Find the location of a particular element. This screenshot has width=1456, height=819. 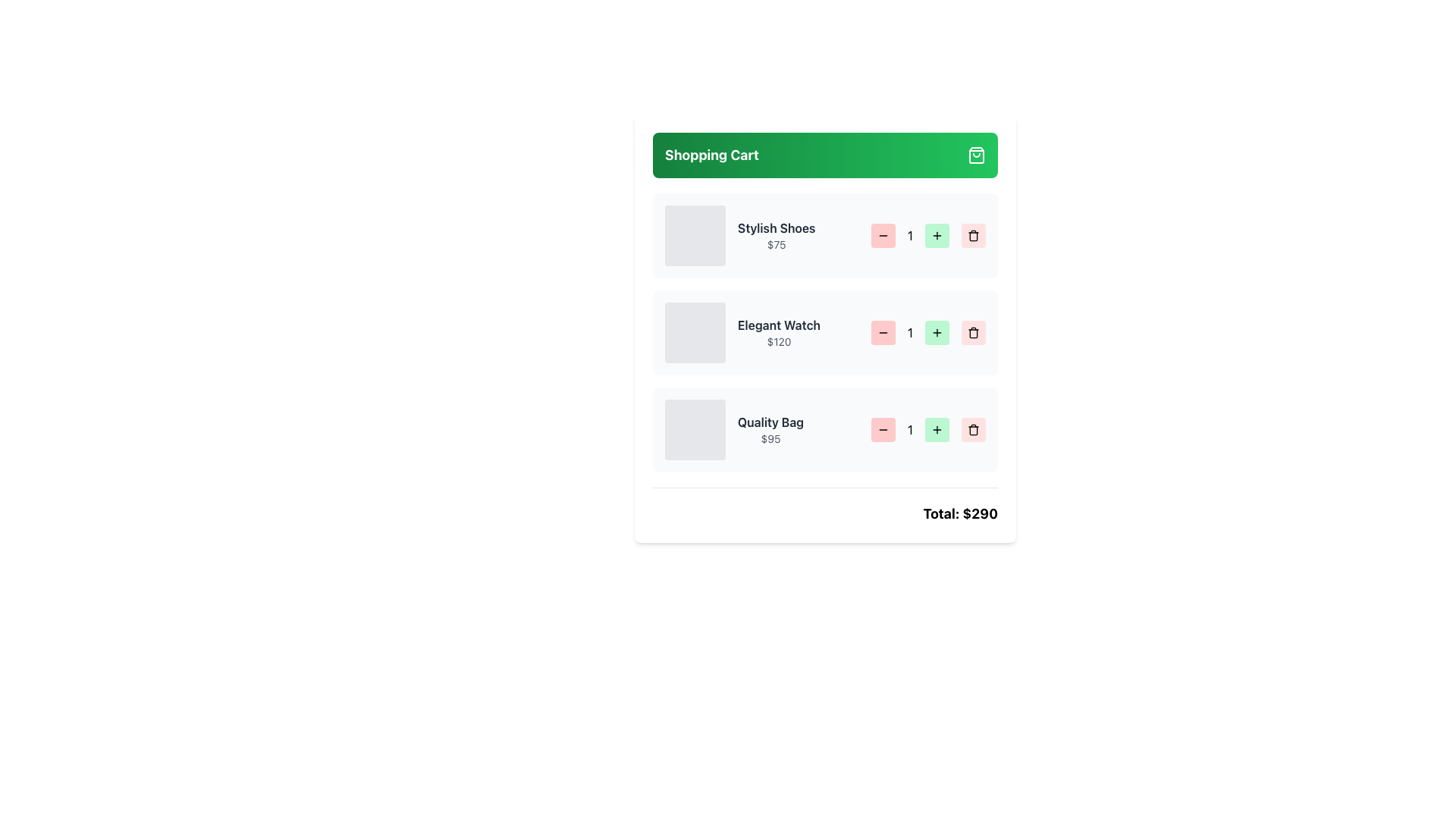

the trash bin icon button located to the right of the first list item under 'Shopping Cart' is located at coordinates (973, 236).